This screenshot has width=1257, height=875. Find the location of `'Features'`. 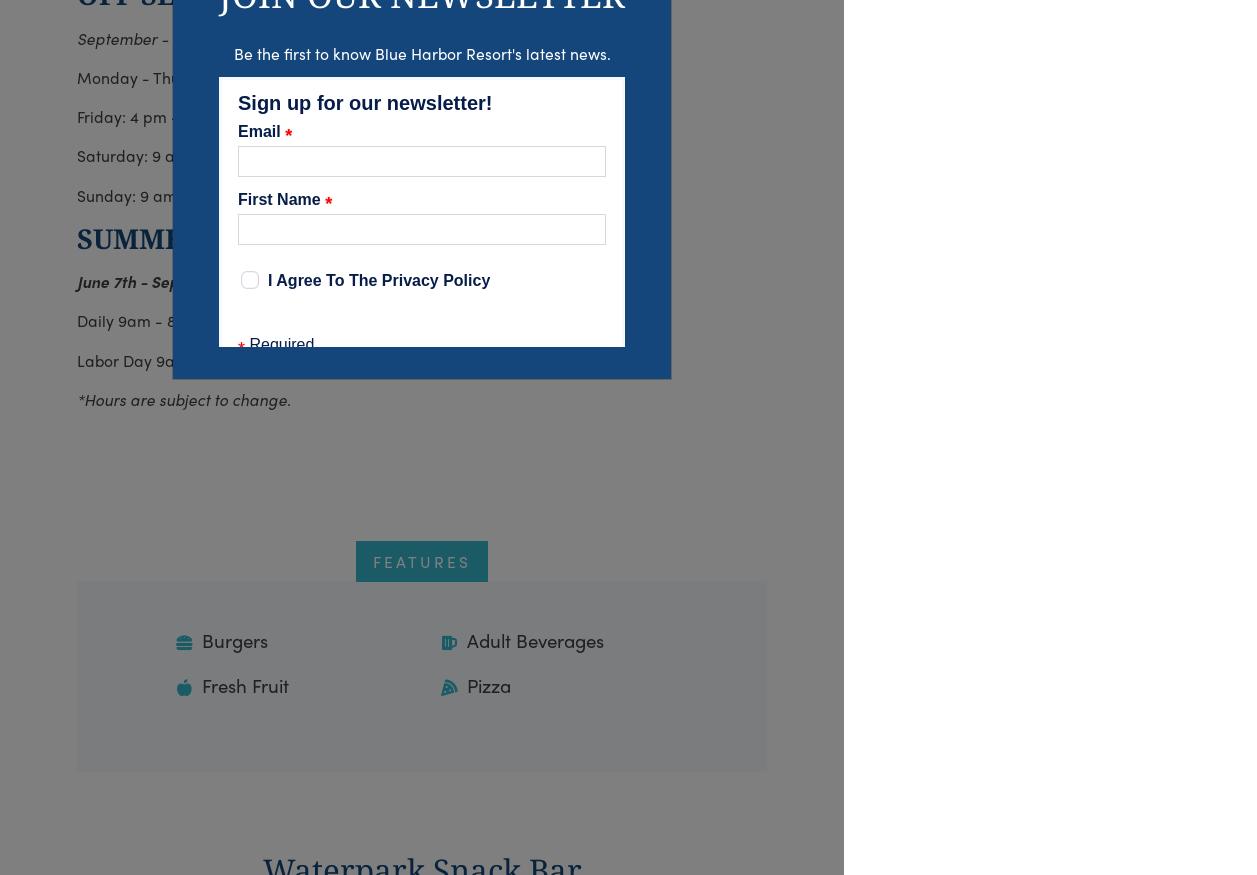

'Features' is located at coordinates (421, 559).